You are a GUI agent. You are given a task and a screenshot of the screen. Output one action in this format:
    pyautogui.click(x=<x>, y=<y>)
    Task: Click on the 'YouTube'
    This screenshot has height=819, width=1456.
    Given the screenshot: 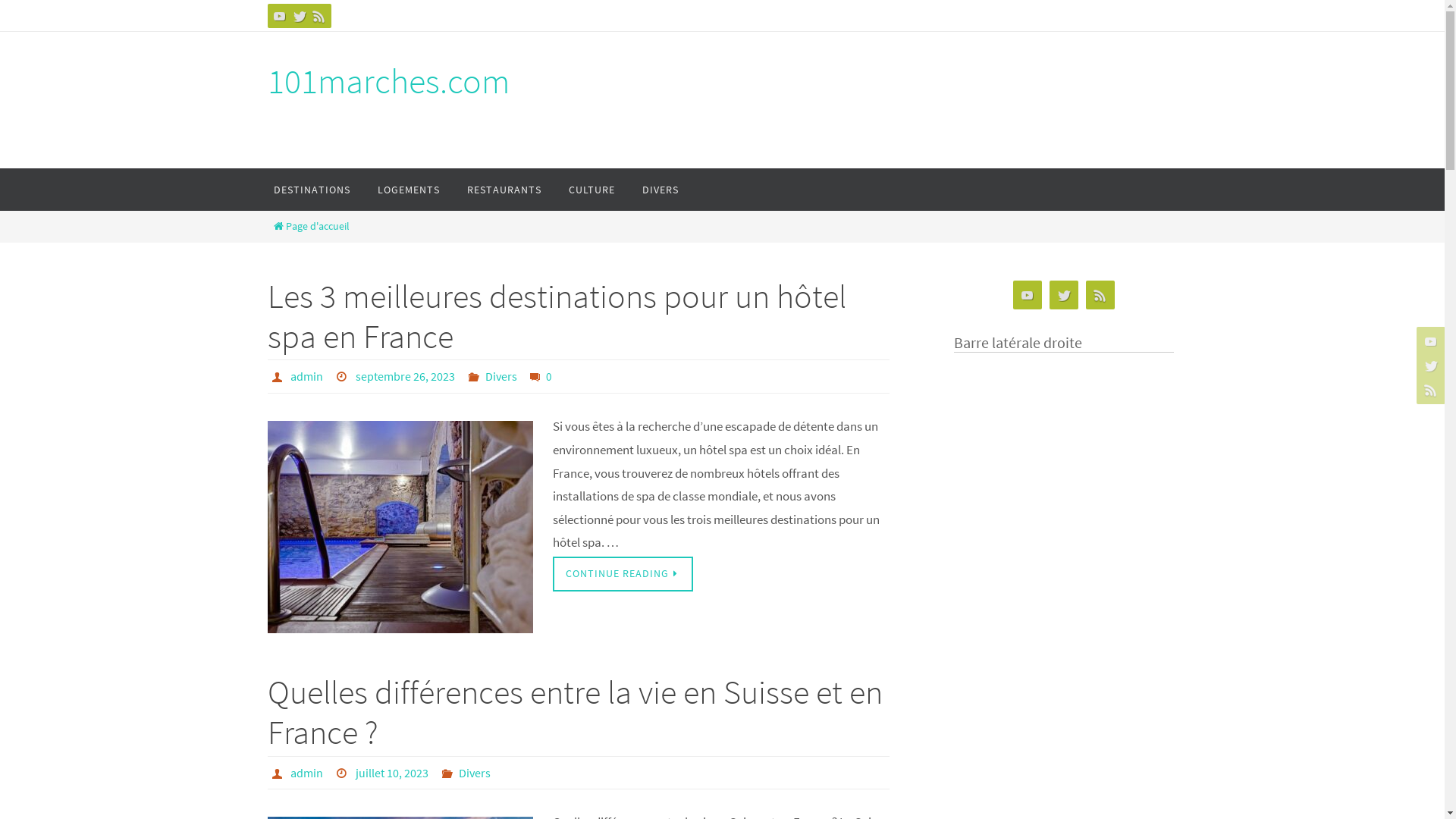 What is the action you would take?
    pyautogui.click(x=1427, y=341)
    